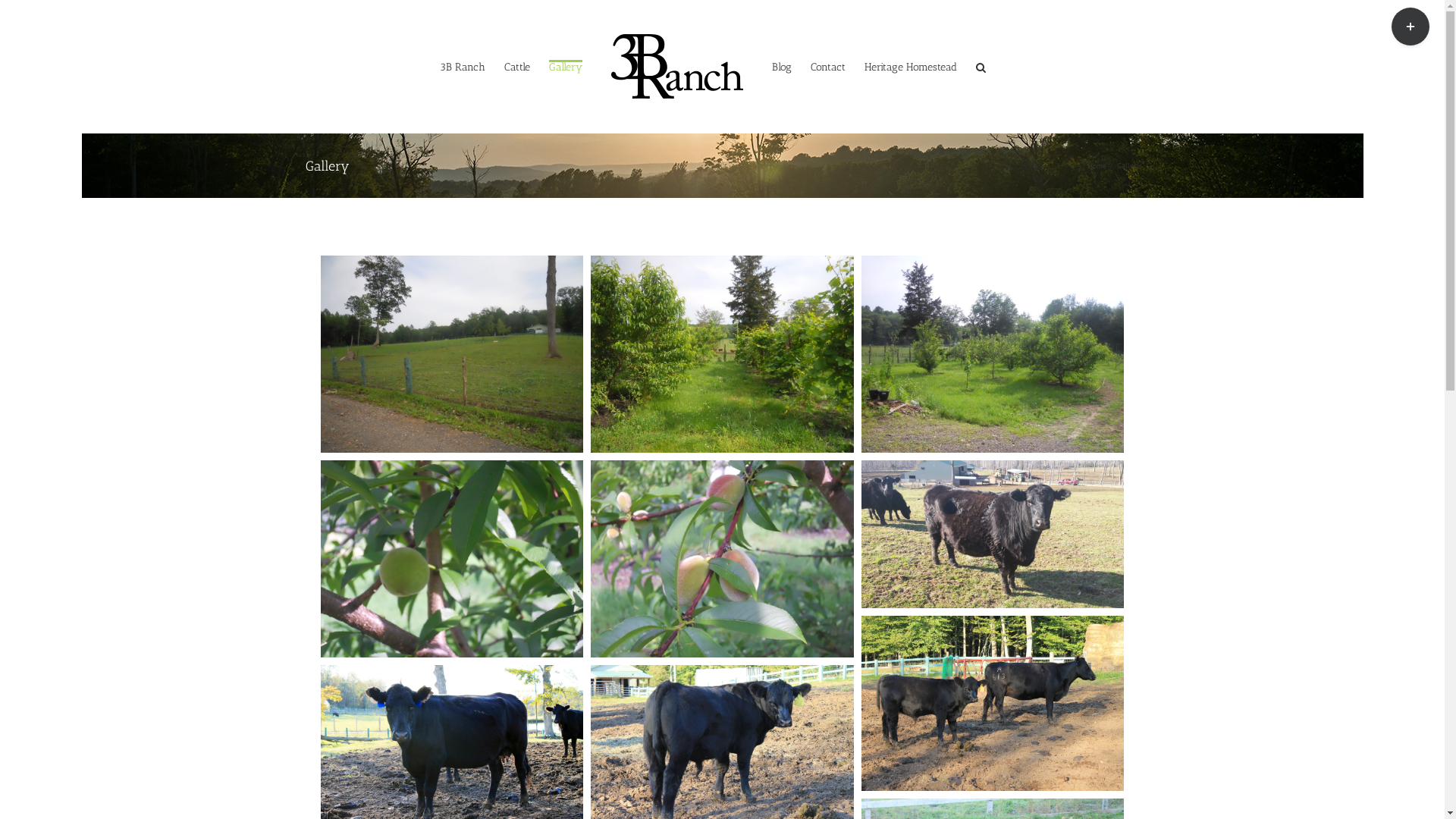 Image resolution: width=1456 pixels, height=819 pixels. Describe the element at coordinates (864, 65) in the screenshot. I see `'Heritage Homestead'` at that location.